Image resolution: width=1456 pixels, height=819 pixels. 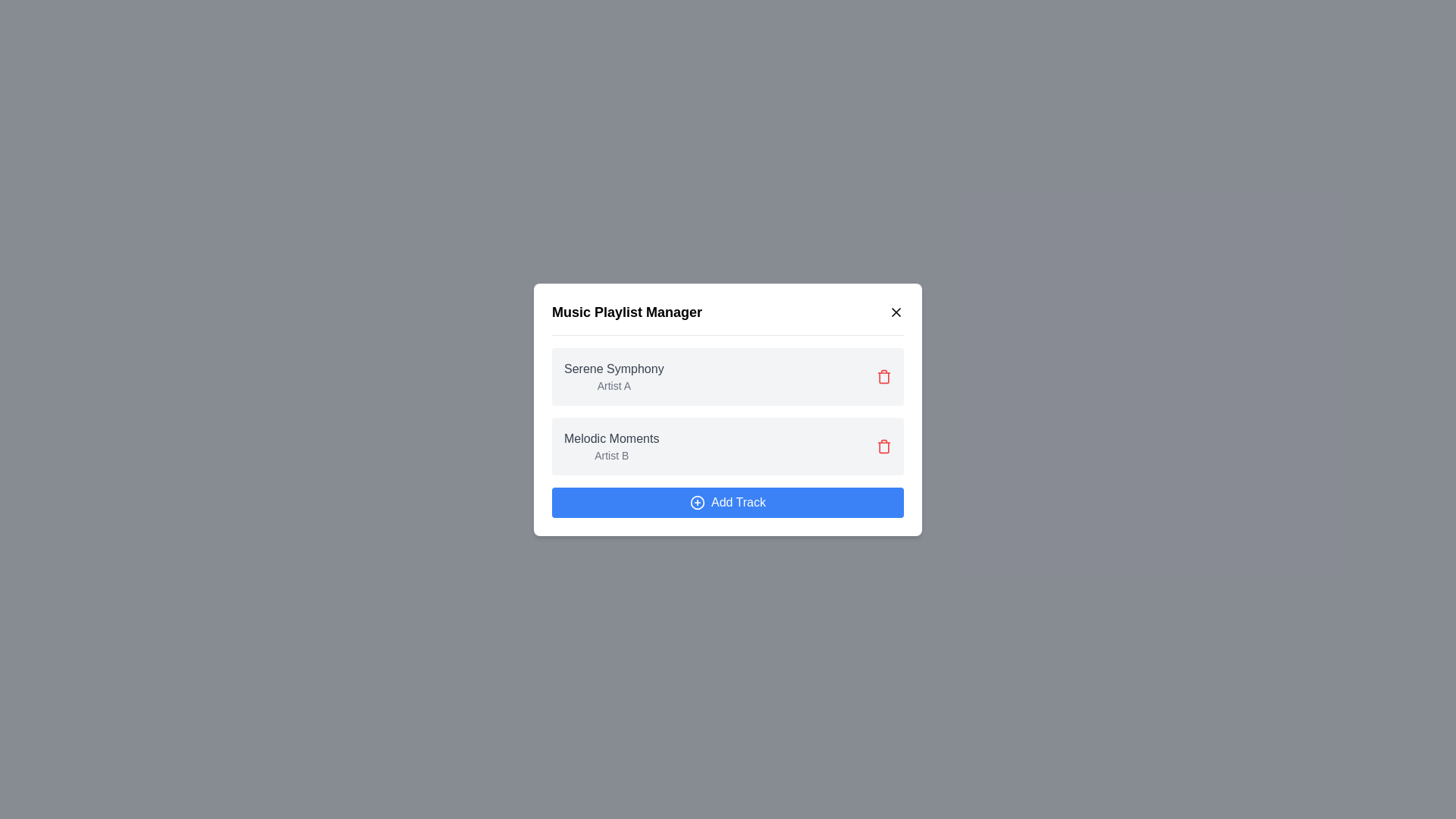 What do you see at coordinates (896, 311) in the screenshot?
I see `the button in the top-right corner of the 'Music Playlist Manager' modal` at bounding box center [896, 311].